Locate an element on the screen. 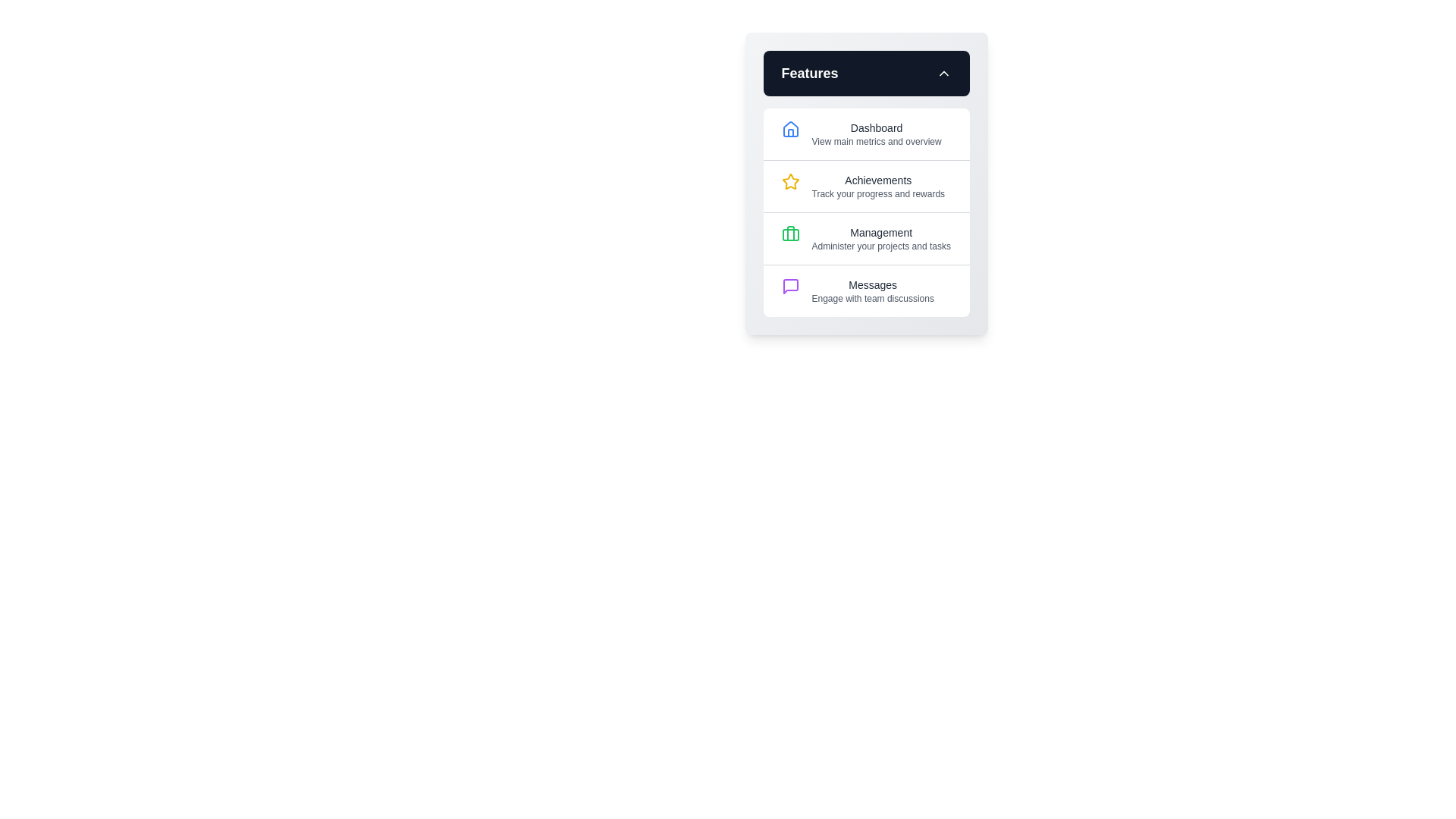  the text label displaying 'Engage with team discussions', which is a smaller subtitle positioned under the 'Messages' title in the 'Features' card is located at coordinates (873, 298).